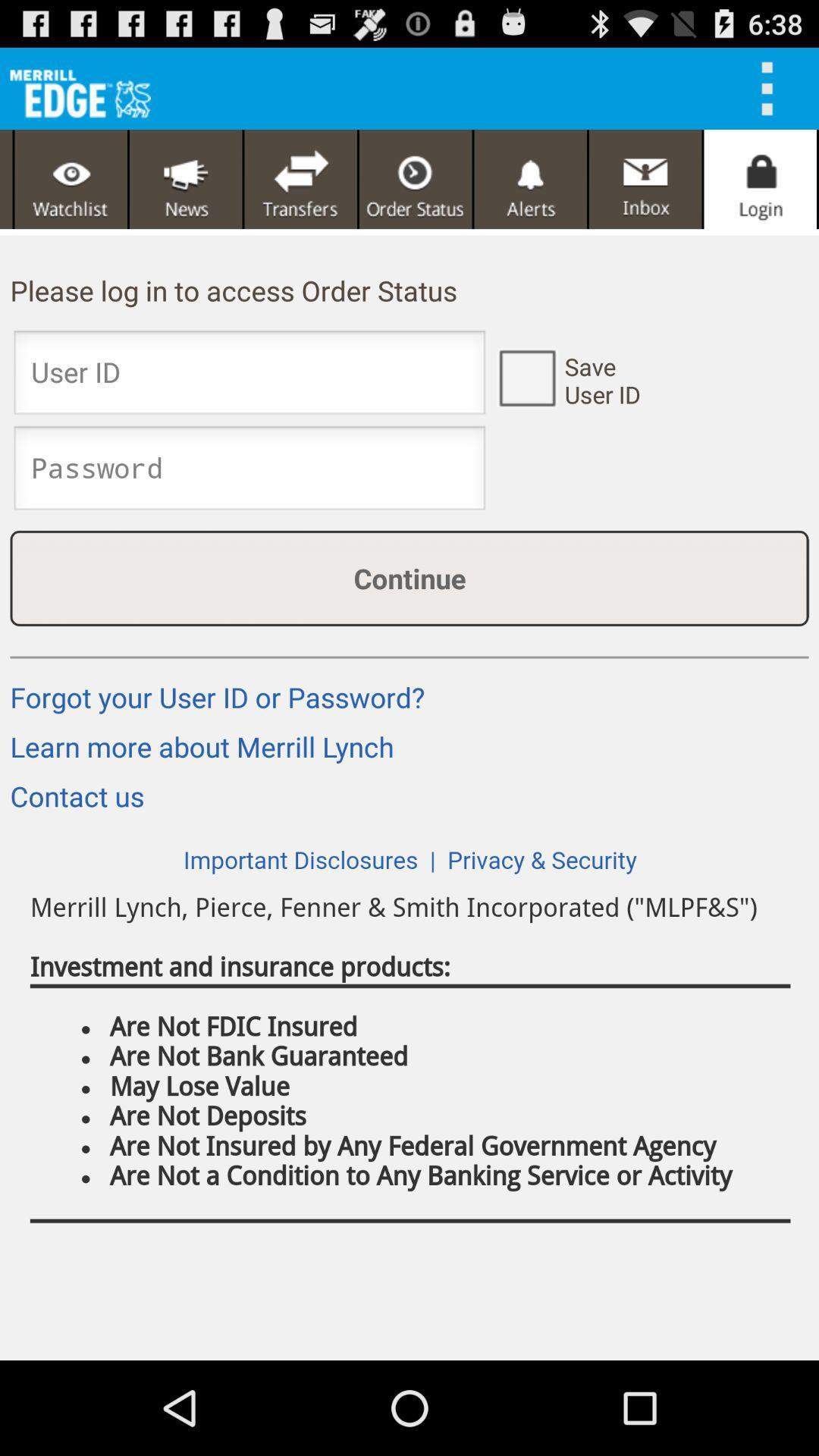 The image size is (819, 1456). What do you see at coordinates (185, 179) in the screenshot?
I see `news feed button` at bounding box center [185, 179].